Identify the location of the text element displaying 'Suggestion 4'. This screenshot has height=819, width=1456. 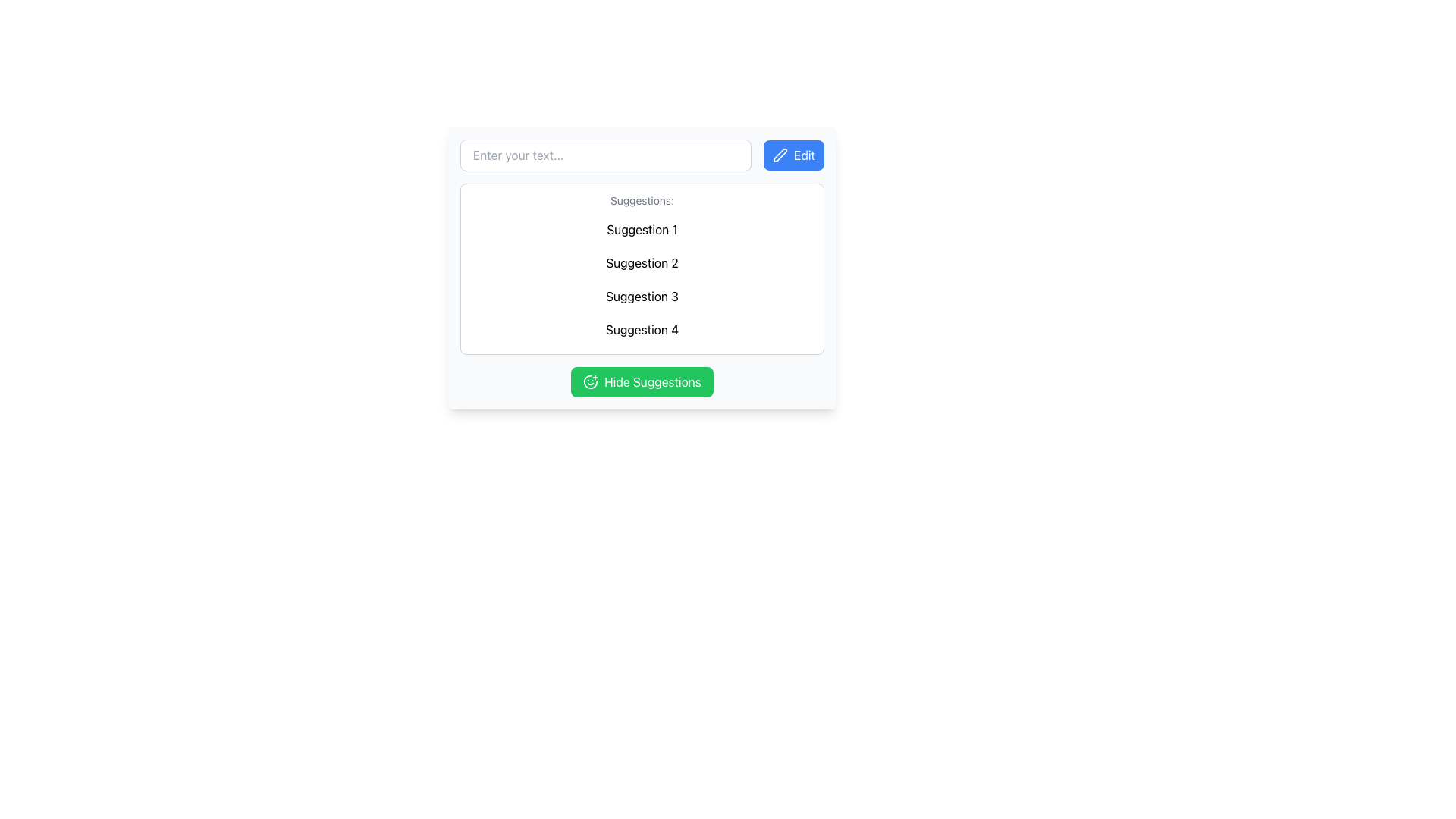
(642, 329).